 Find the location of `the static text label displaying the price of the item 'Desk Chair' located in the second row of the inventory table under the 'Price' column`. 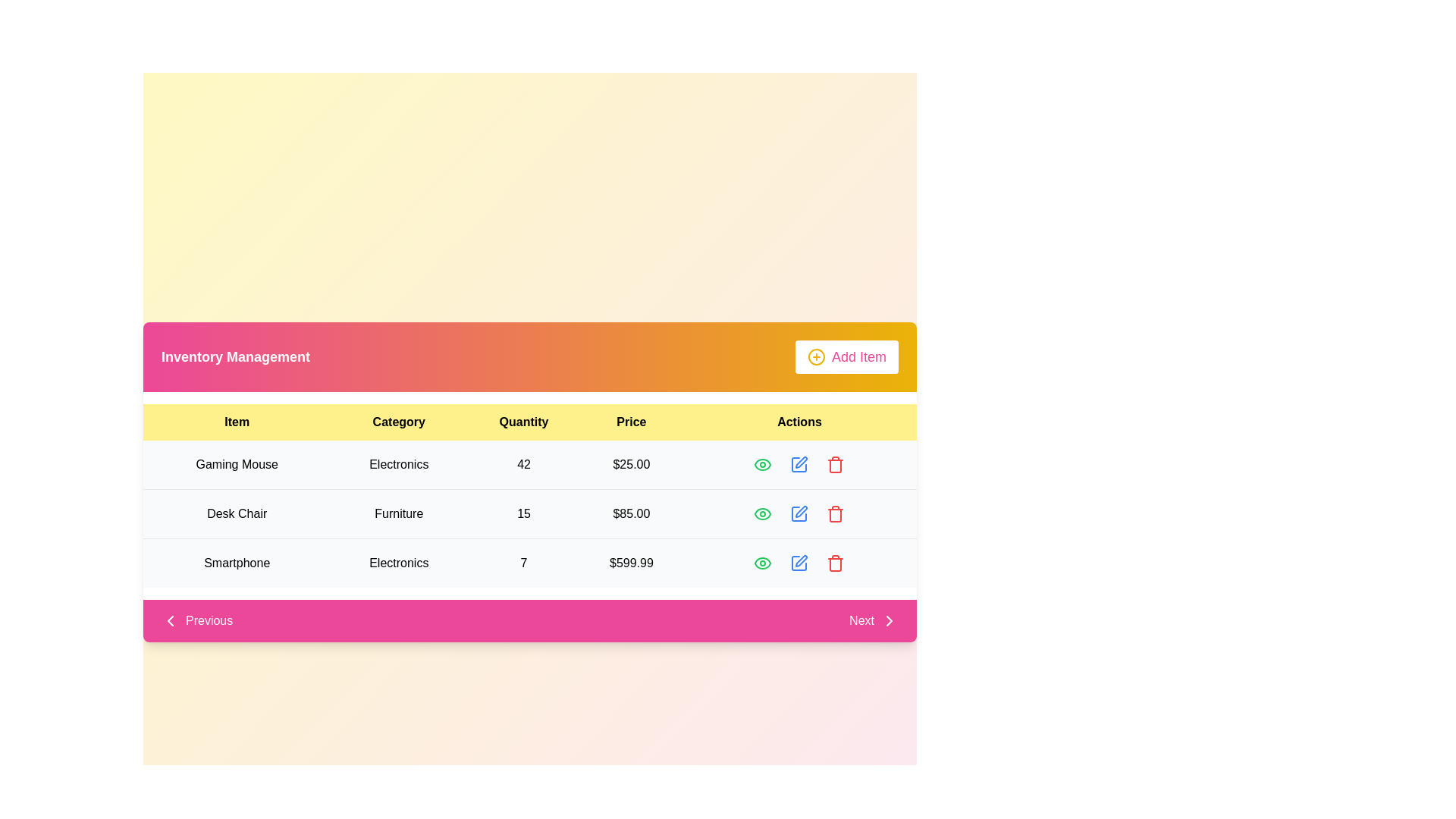

the static text label displaying the price of the item 'Desk Chair' located in the second row of the inventory table under the 'Price' column is located at coordinates (631, 513).